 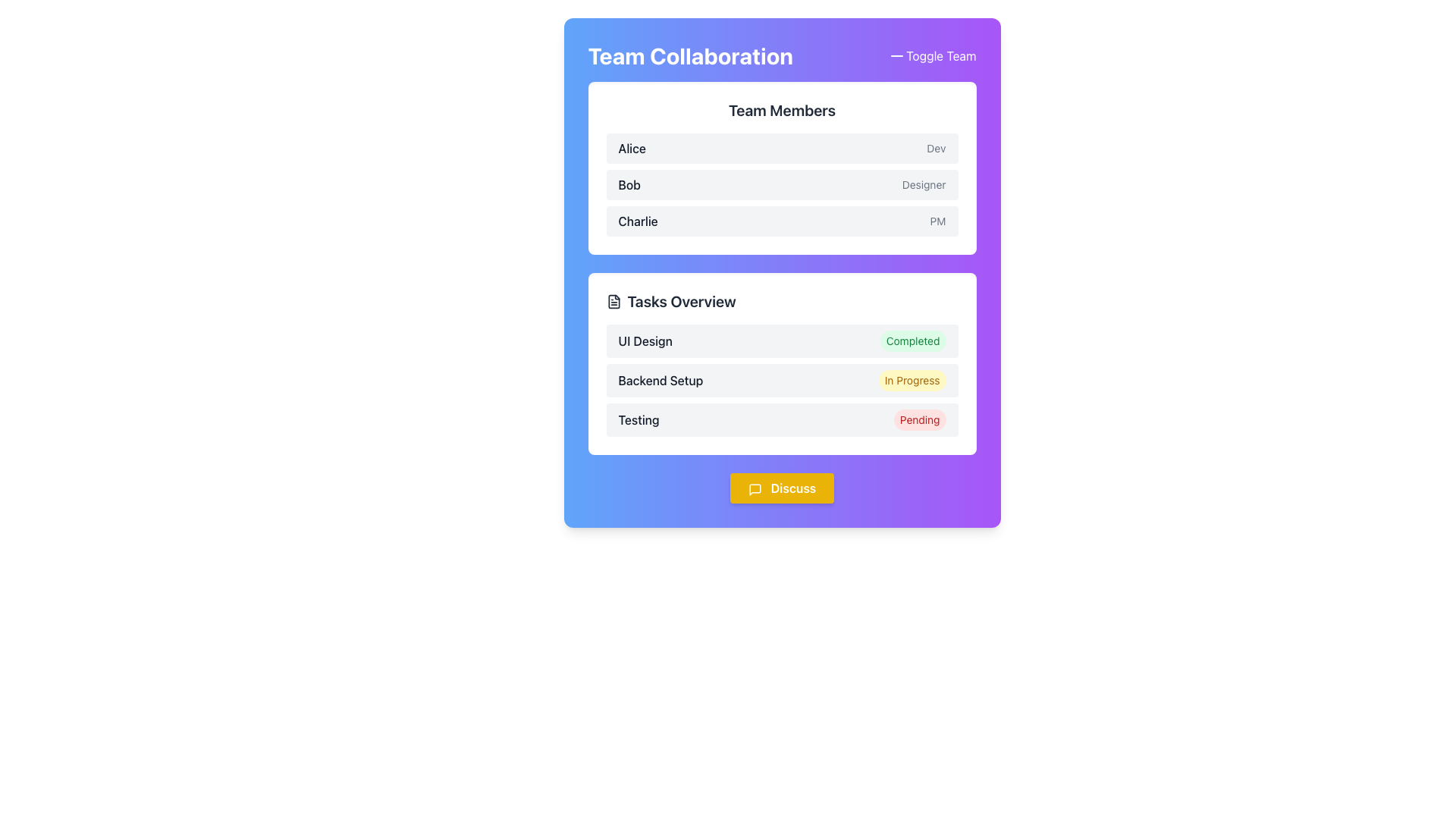 I want to click on the list item displaying 'Charlie' with the designation 'PM', which is the third entry in the team member list, so click(x=782, y=221).